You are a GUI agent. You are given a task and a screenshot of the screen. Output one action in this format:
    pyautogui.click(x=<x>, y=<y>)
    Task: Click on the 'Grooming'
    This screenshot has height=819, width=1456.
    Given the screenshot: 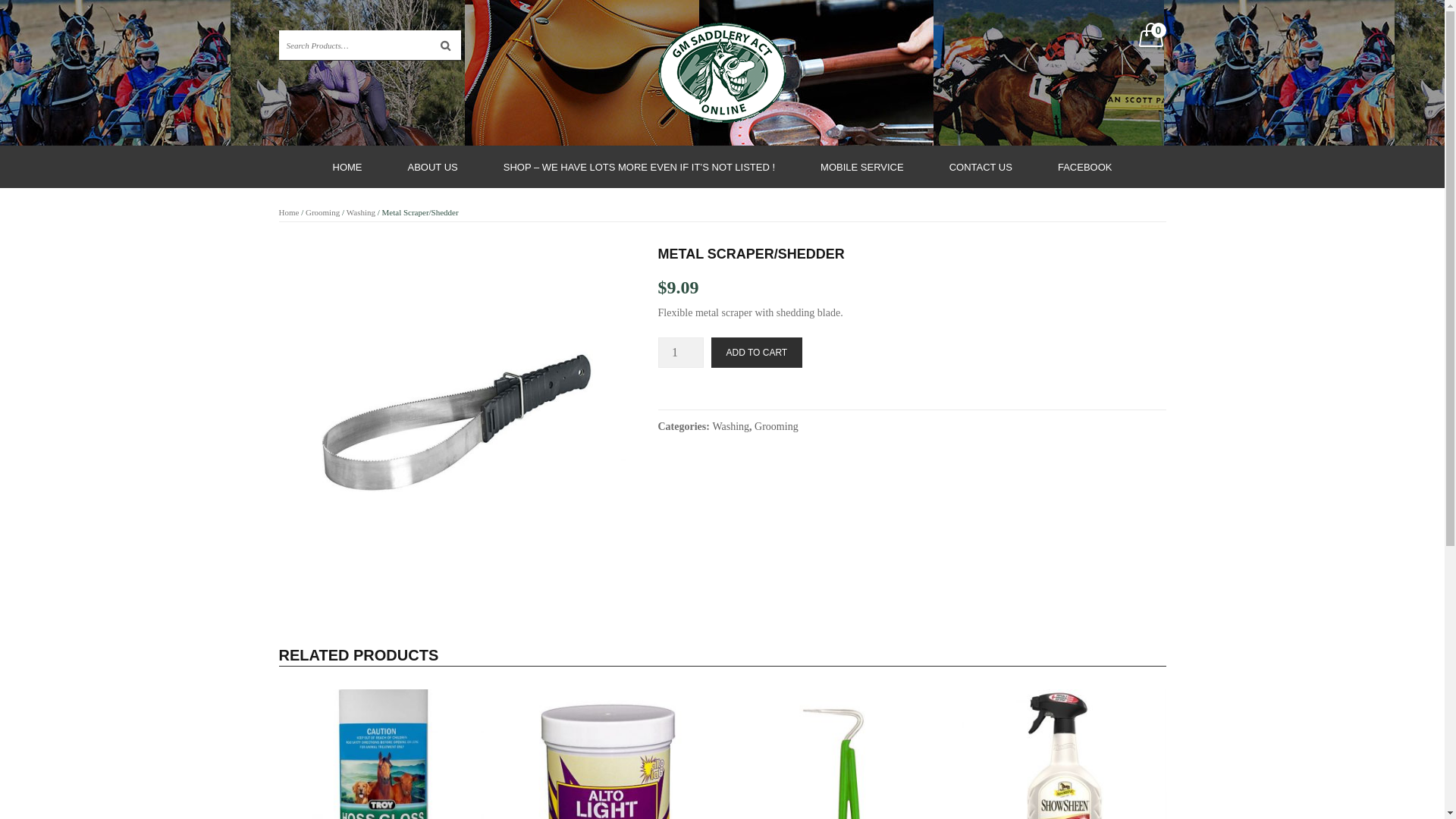 What is the action you would take?
    pyautogui.click(x=776, y=426)
    